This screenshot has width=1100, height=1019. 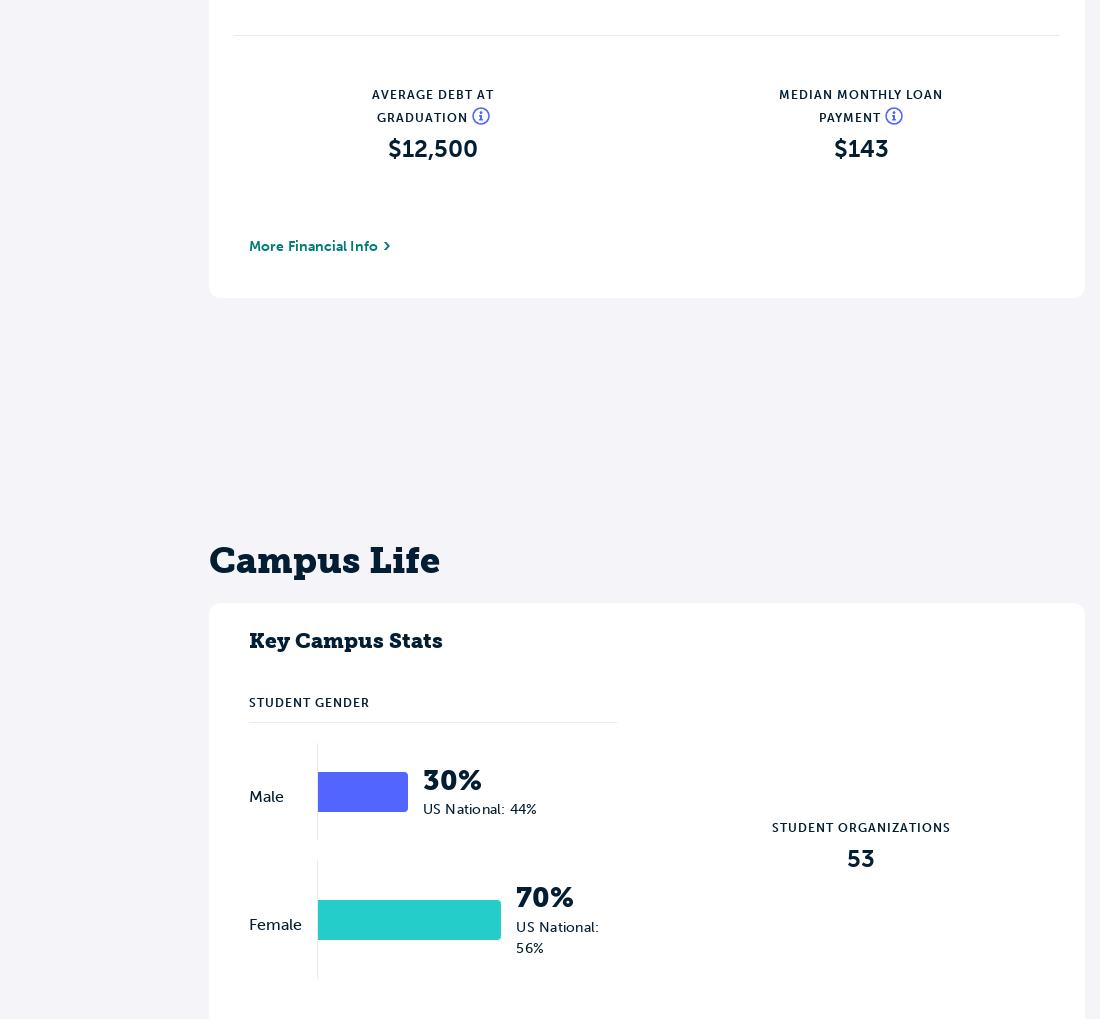 I want to click on 'US National: 56%', so click(x=556, y=935).